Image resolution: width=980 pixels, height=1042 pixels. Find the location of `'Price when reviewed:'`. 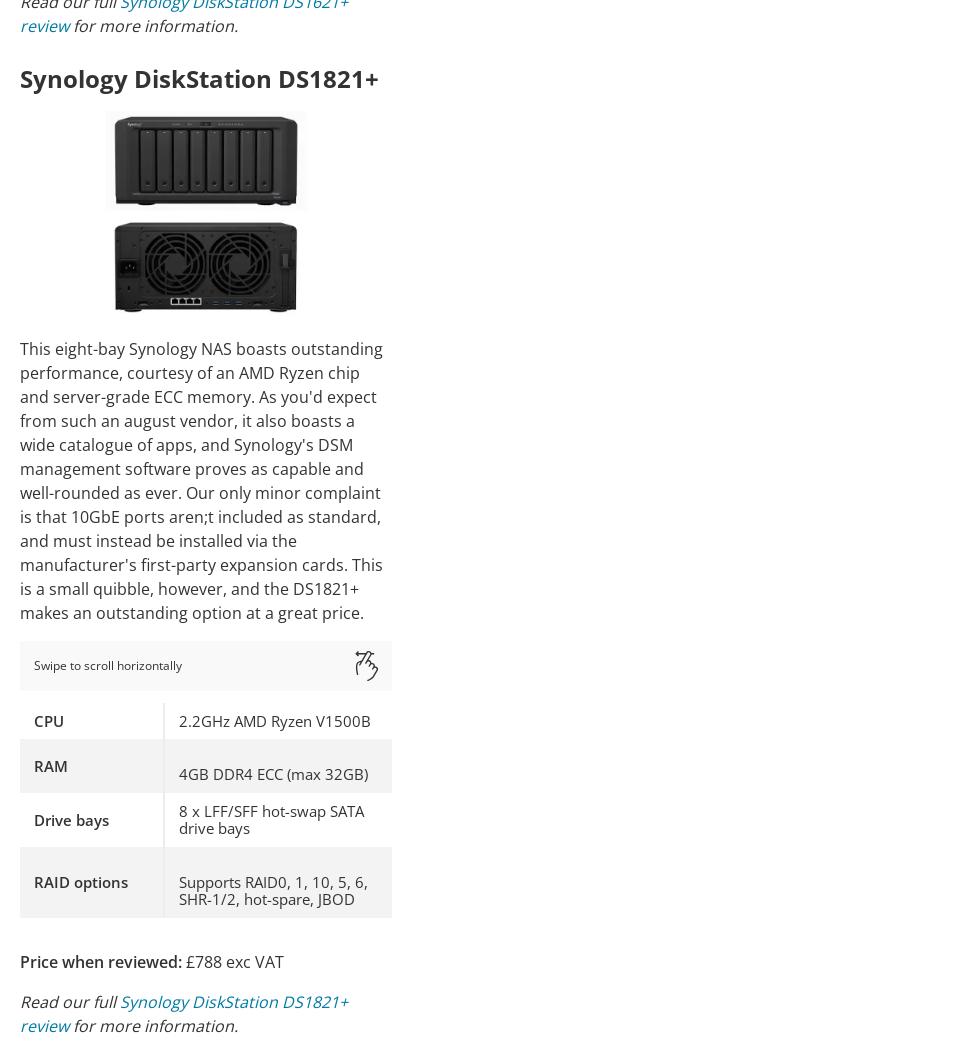

'Price when reviewed:' is located at coordinates (19, 961).